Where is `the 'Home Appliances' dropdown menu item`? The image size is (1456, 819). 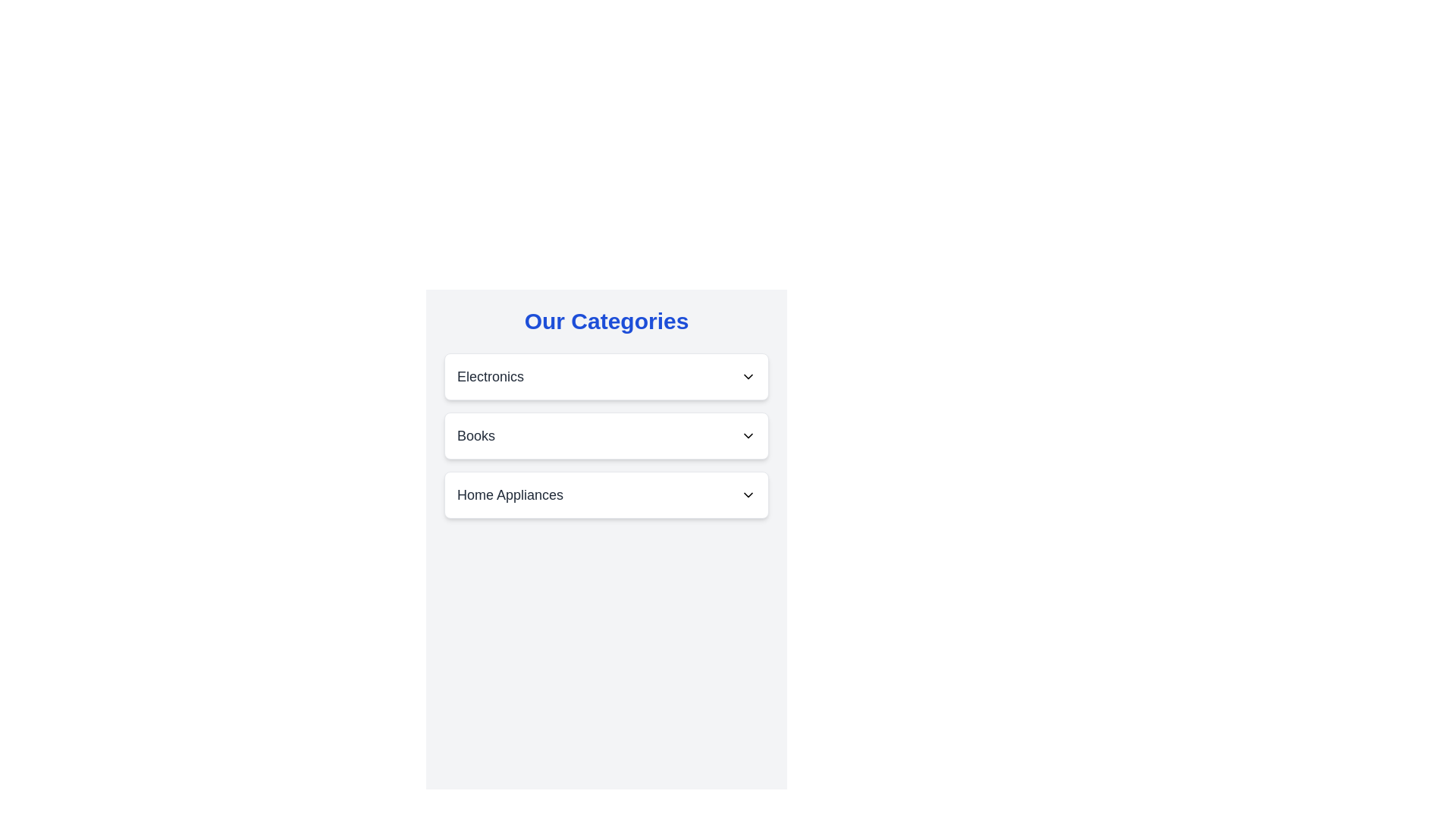
the 'Home Appliances' dropdown menu item is located at coordinates (607, 494).